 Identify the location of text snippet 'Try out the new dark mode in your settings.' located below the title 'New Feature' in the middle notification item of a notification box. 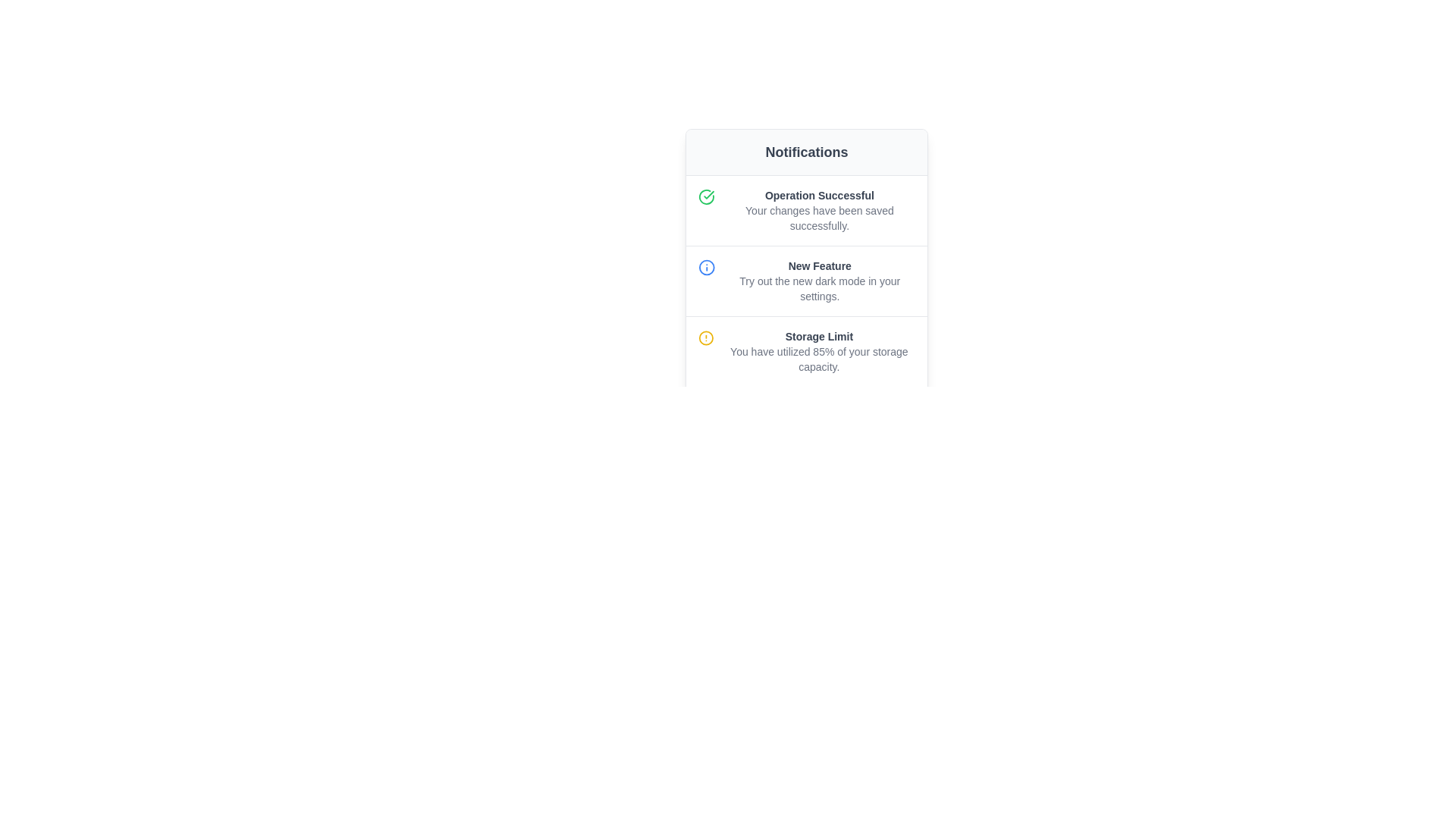
(819, 289).